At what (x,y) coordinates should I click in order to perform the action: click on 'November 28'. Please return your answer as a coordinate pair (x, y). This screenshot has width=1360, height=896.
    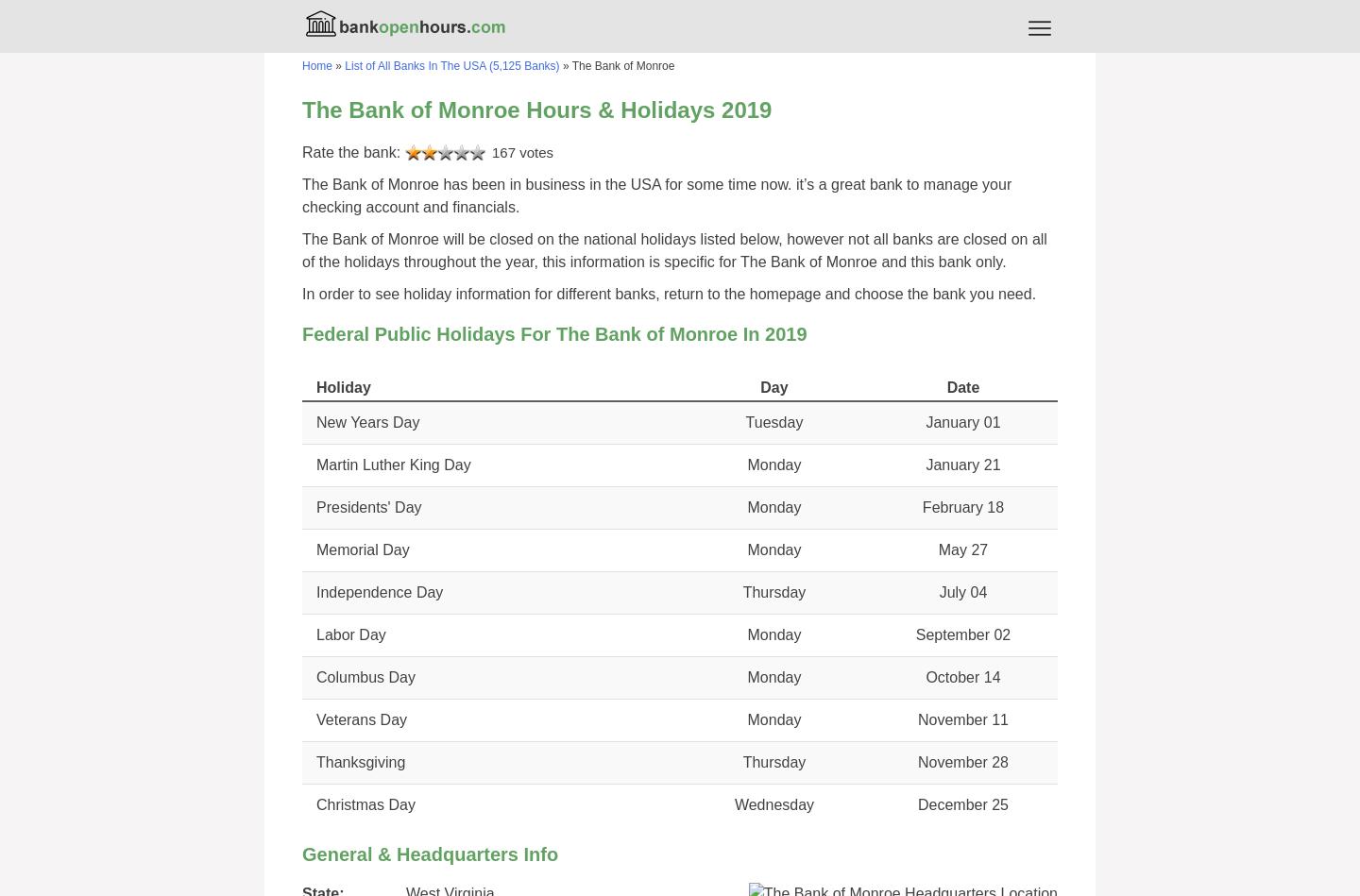
    Looking at the image, I should click on (961, 761).